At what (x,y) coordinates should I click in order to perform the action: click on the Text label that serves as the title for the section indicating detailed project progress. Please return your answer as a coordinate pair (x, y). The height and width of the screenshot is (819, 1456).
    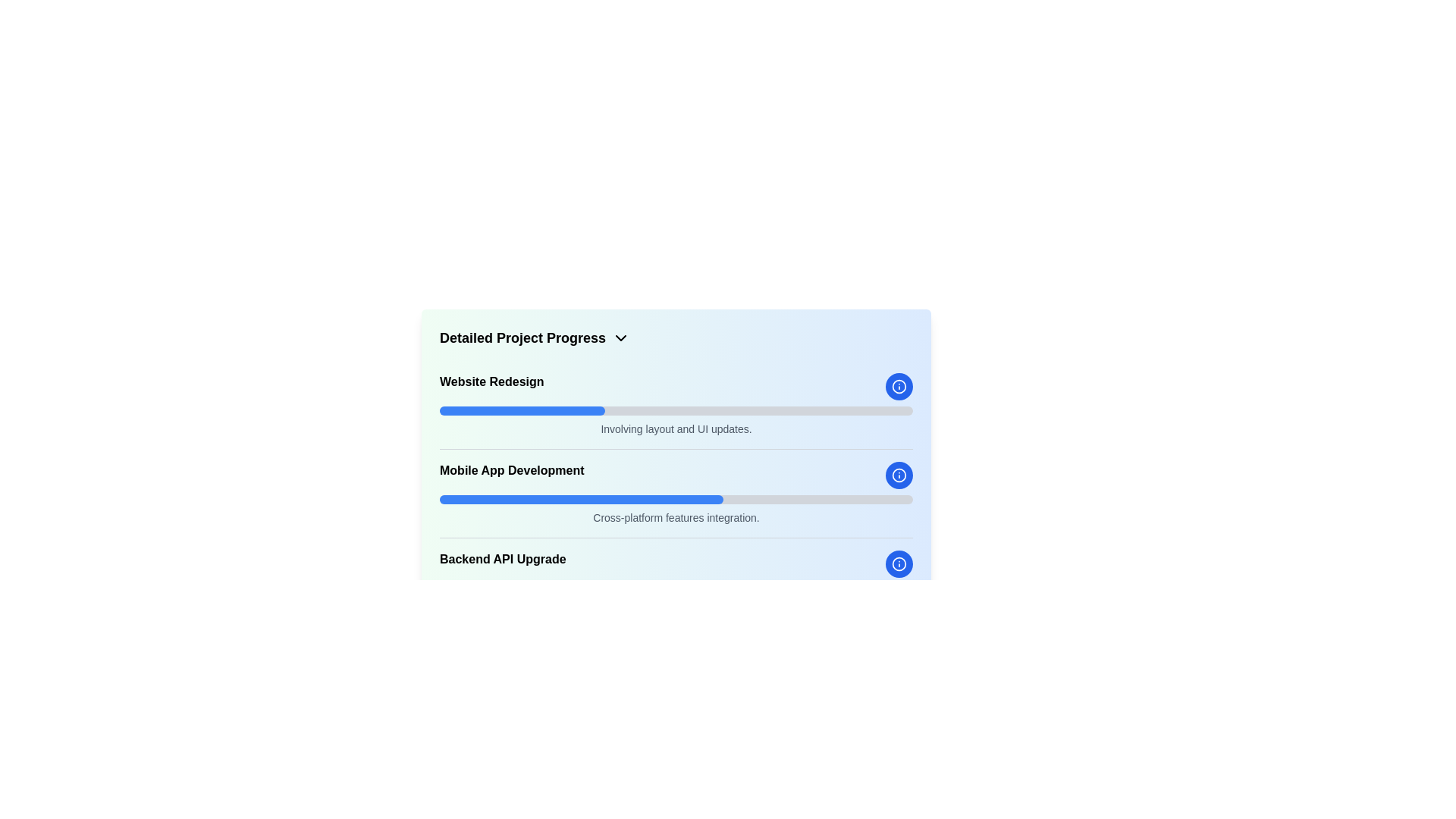
    Looking at the image, I should click on (522, 337).